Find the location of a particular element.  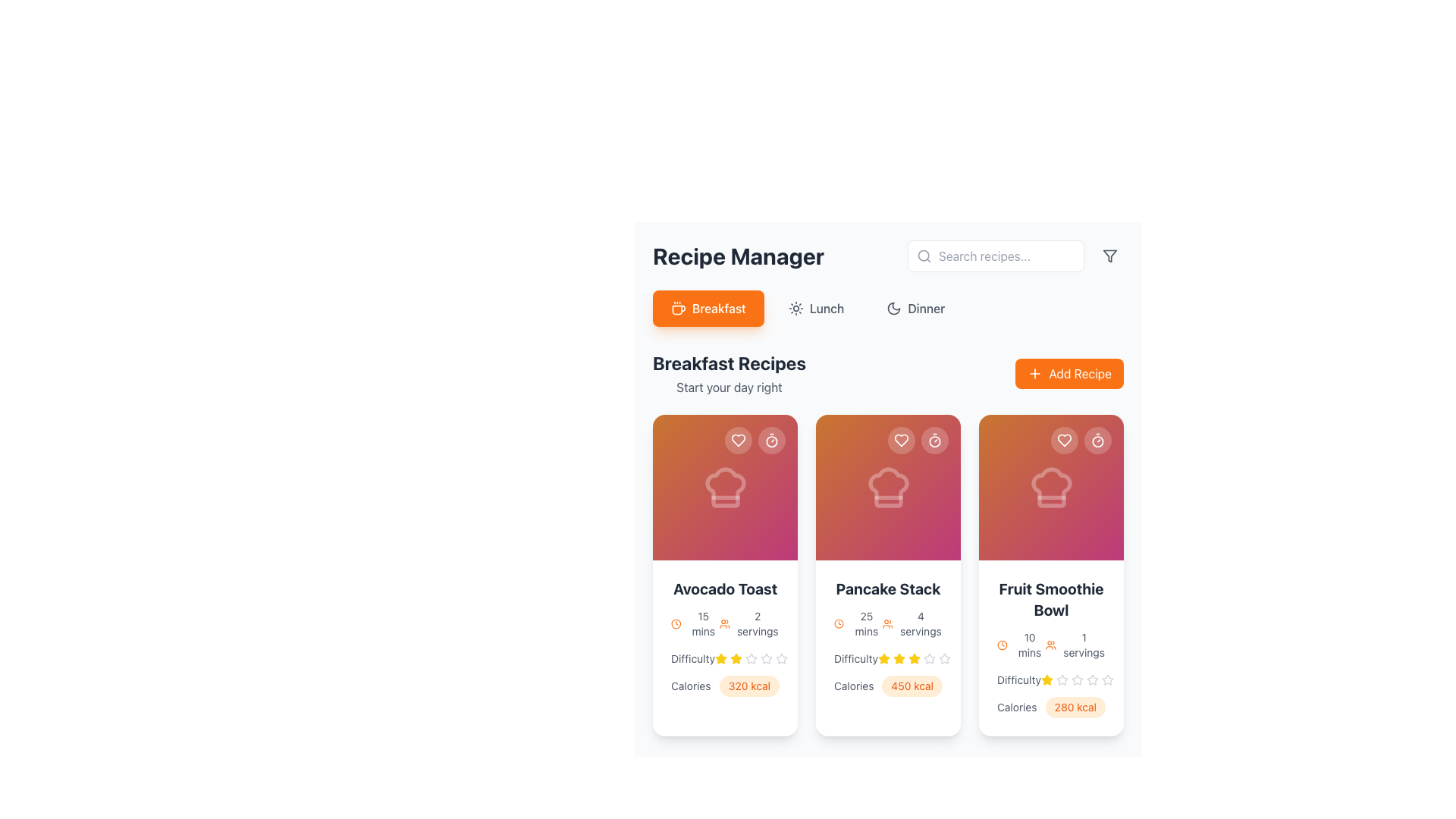

the text with icons displaying '10 mins' and '1 servings' within the 'Fruit Smoothie Bowl' card in the 'Breakfast Recipes' section is located at coordinates (1050, 645).